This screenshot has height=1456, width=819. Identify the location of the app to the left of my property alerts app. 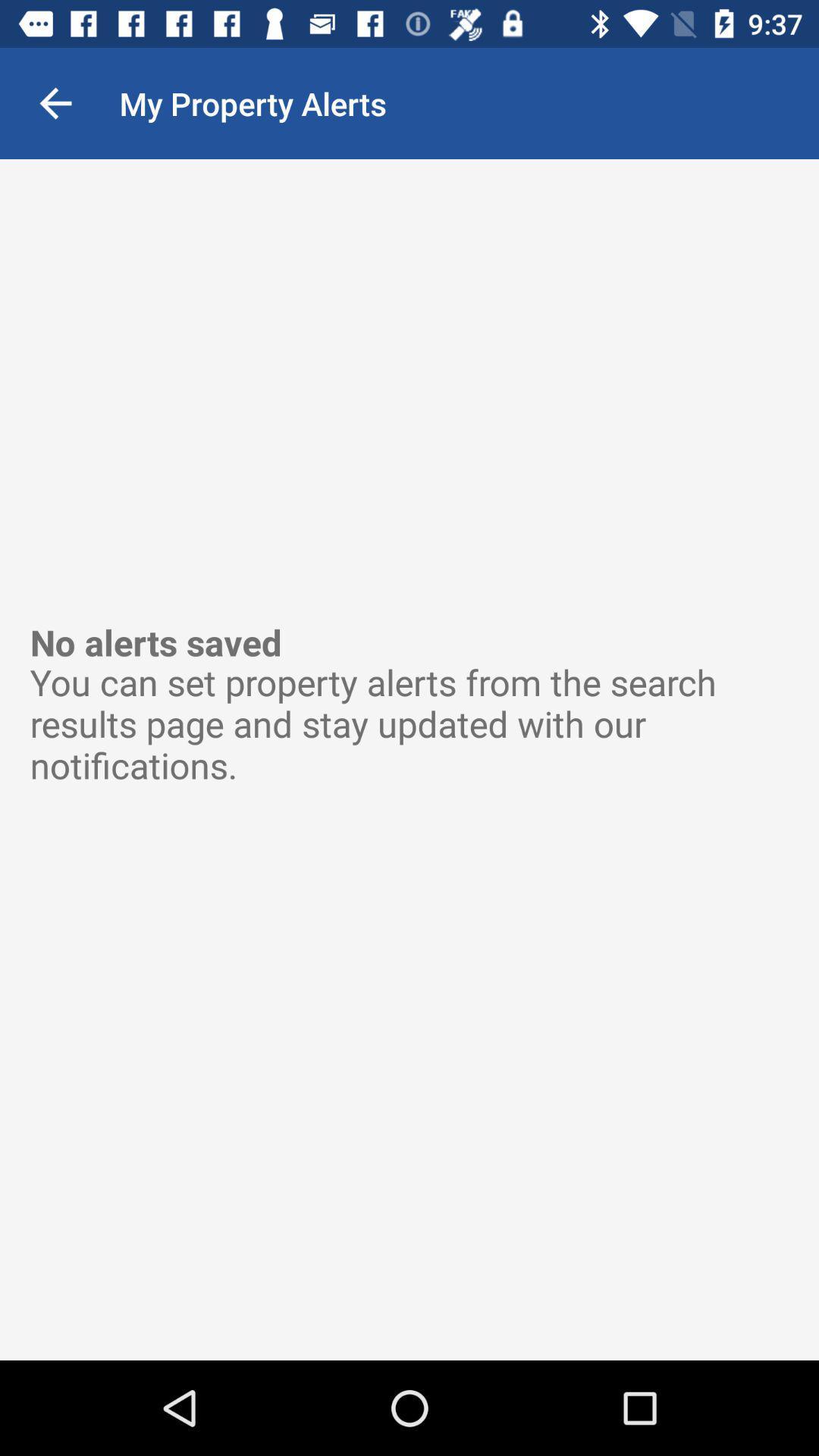
(55, 102).